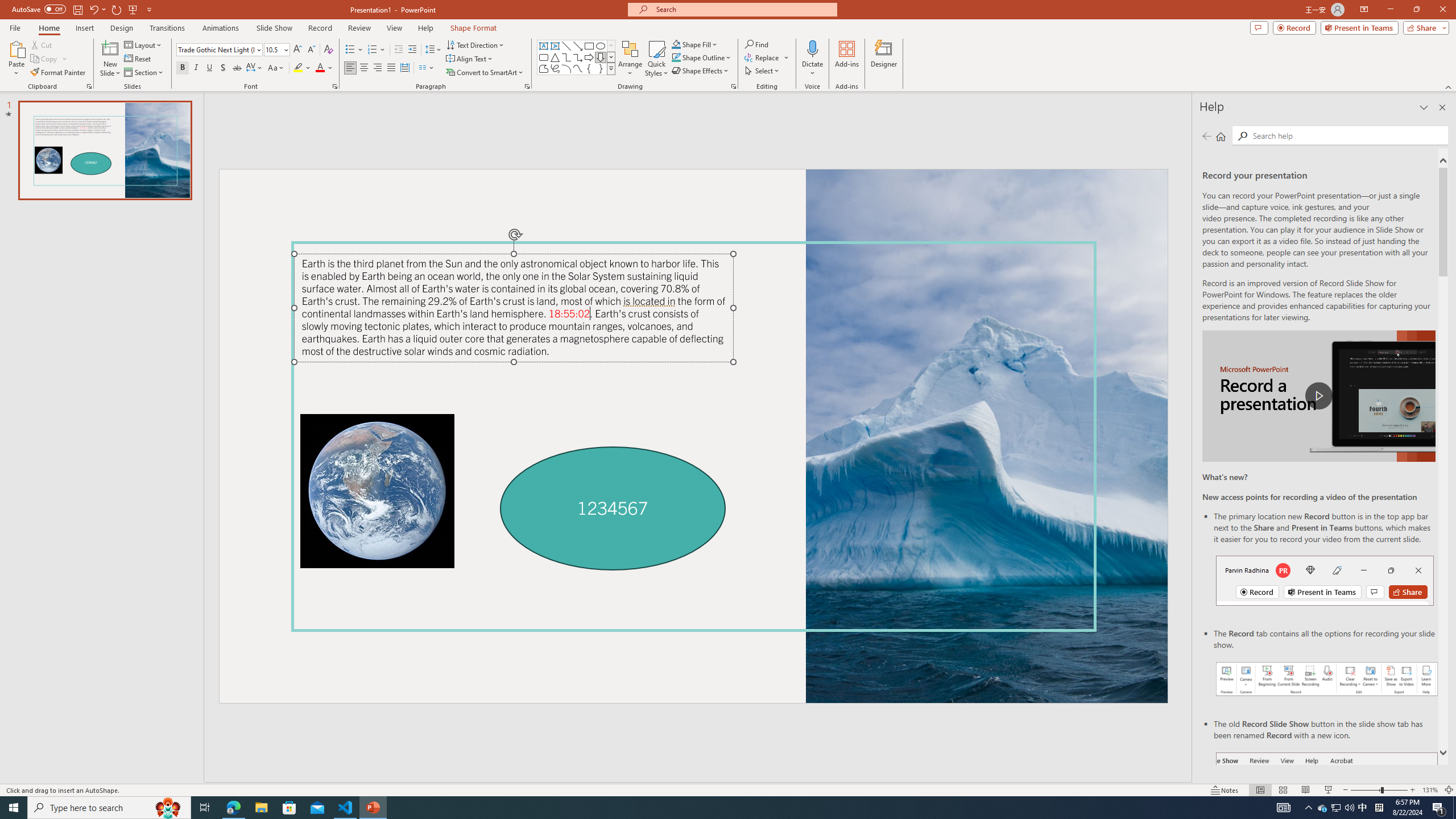 The image size is (1456, 819). What do you see at coordinates (144, 72) in the screenshot?
I see `'Section'` at bounding box center [144, 72].